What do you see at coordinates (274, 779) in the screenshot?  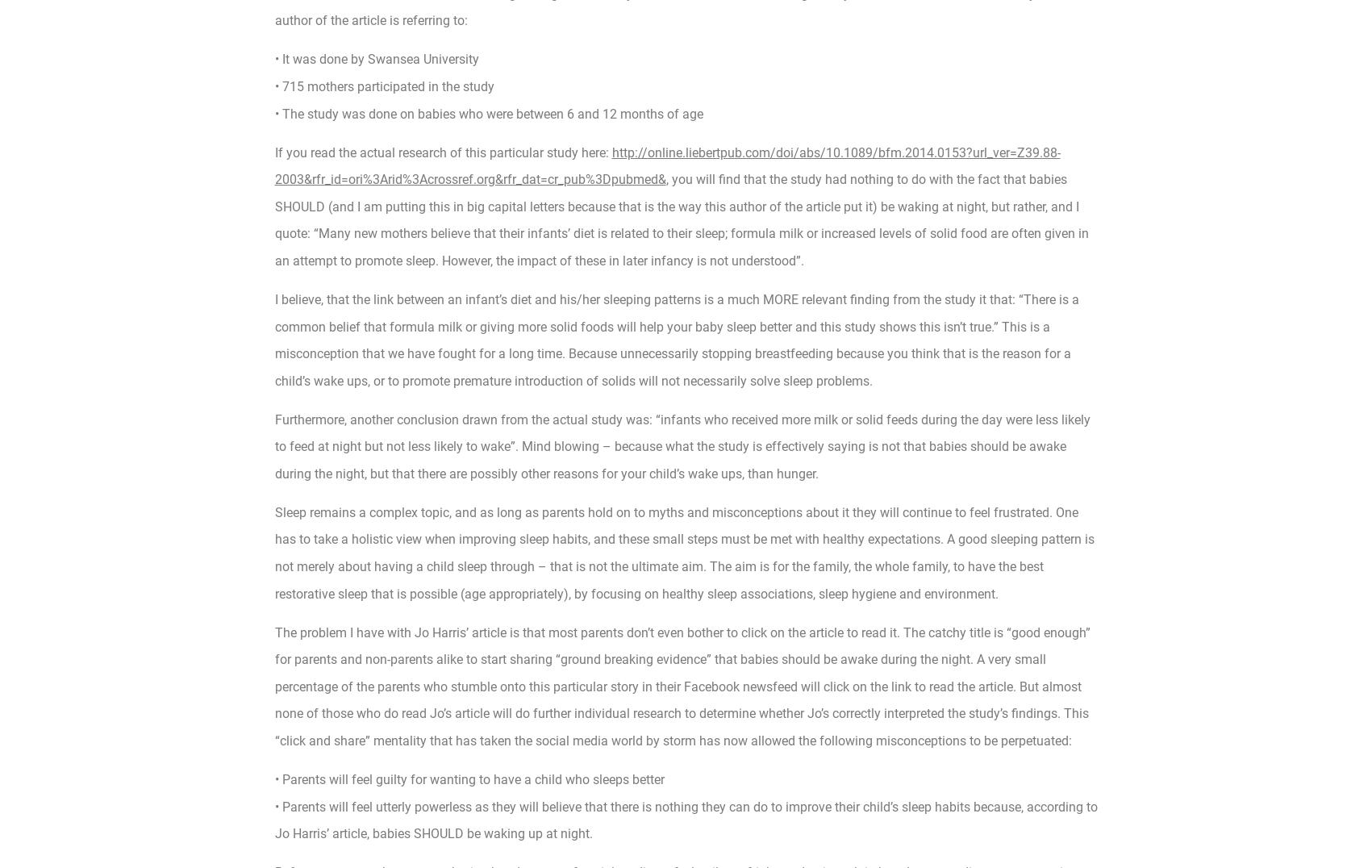 I see `'• Parents will feel guilty for wanting to have a child who sleeps better'` at bounding box center [274, 779].